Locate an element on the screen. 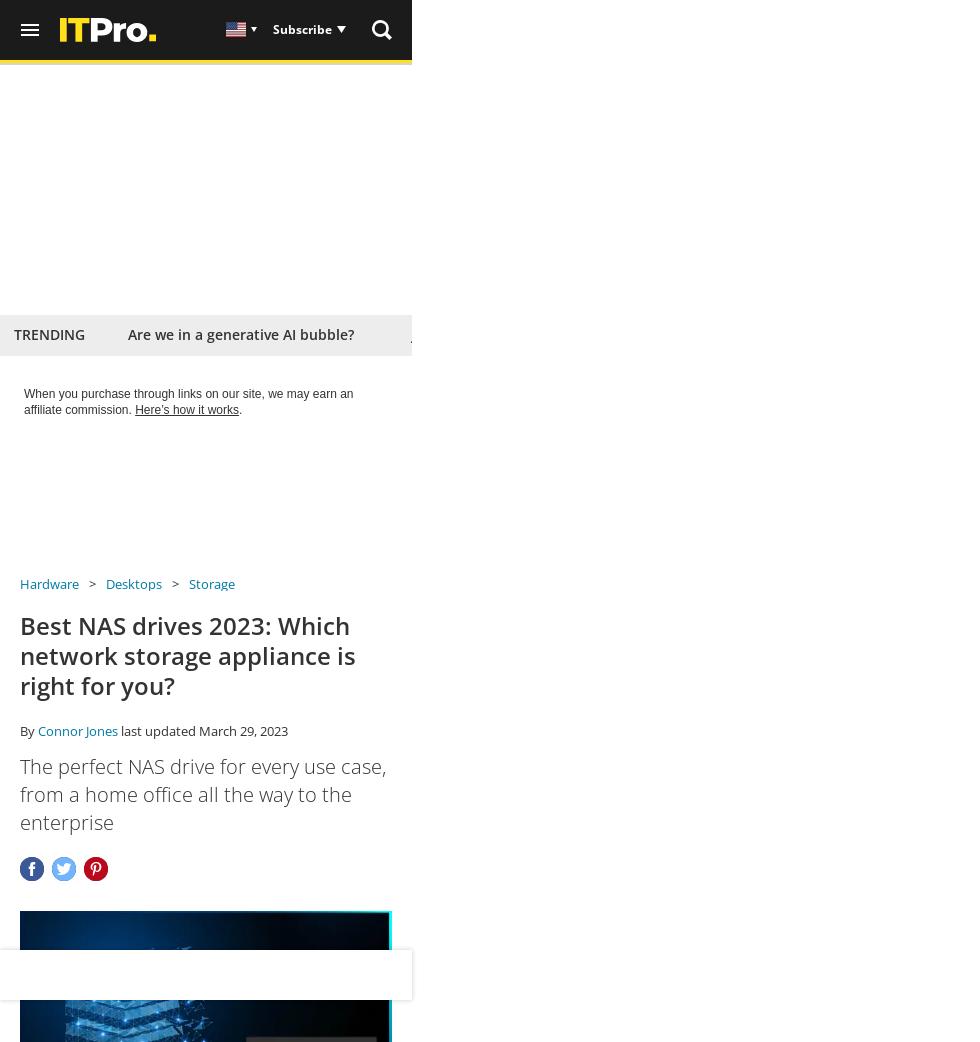 This screenshot has height=1042, width=980. 'Trending' is located at coordinates (49, 334).